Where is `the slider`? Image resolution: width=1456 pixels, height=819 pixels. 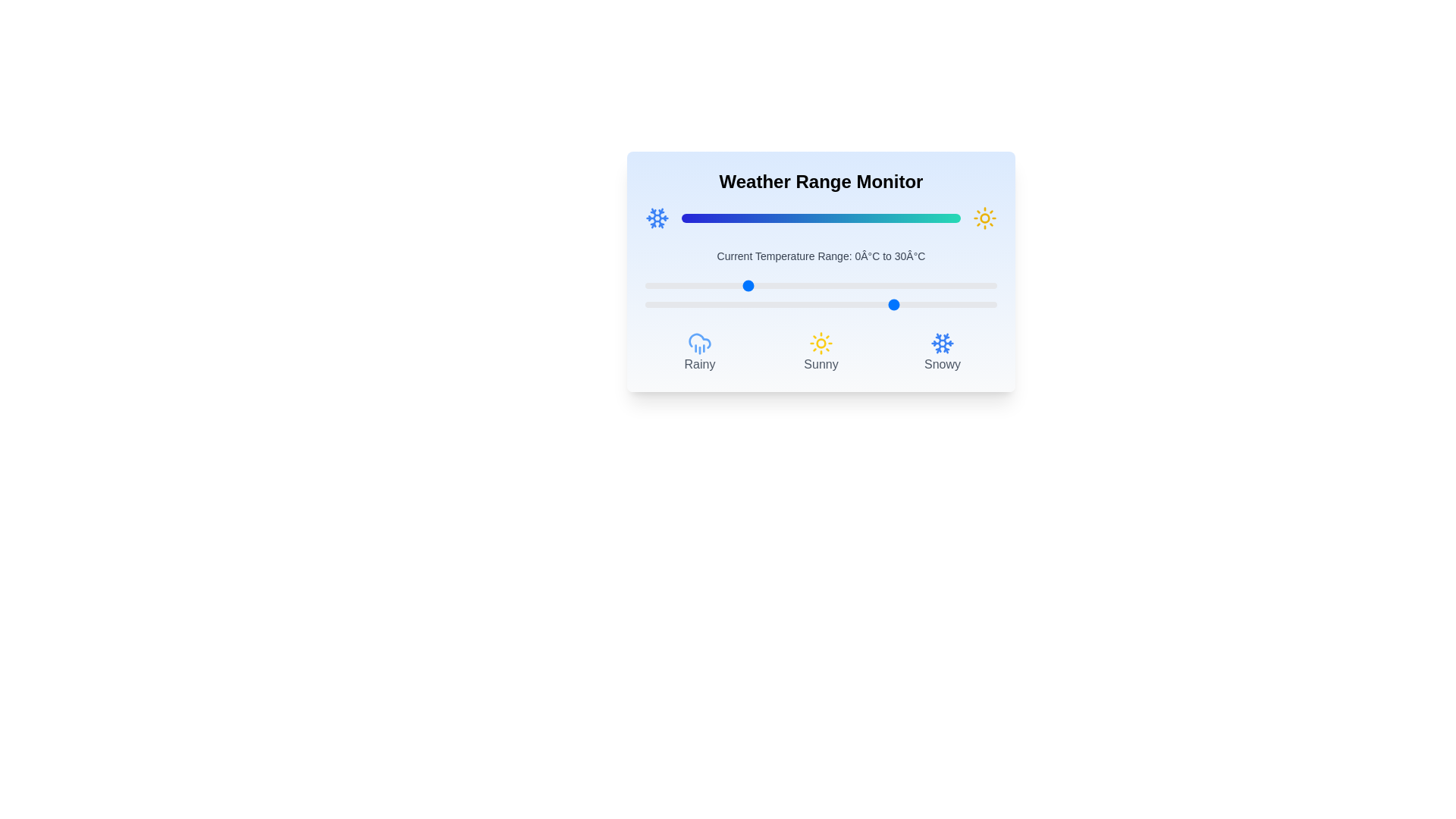 the slider is located at coordinates (714, 286).